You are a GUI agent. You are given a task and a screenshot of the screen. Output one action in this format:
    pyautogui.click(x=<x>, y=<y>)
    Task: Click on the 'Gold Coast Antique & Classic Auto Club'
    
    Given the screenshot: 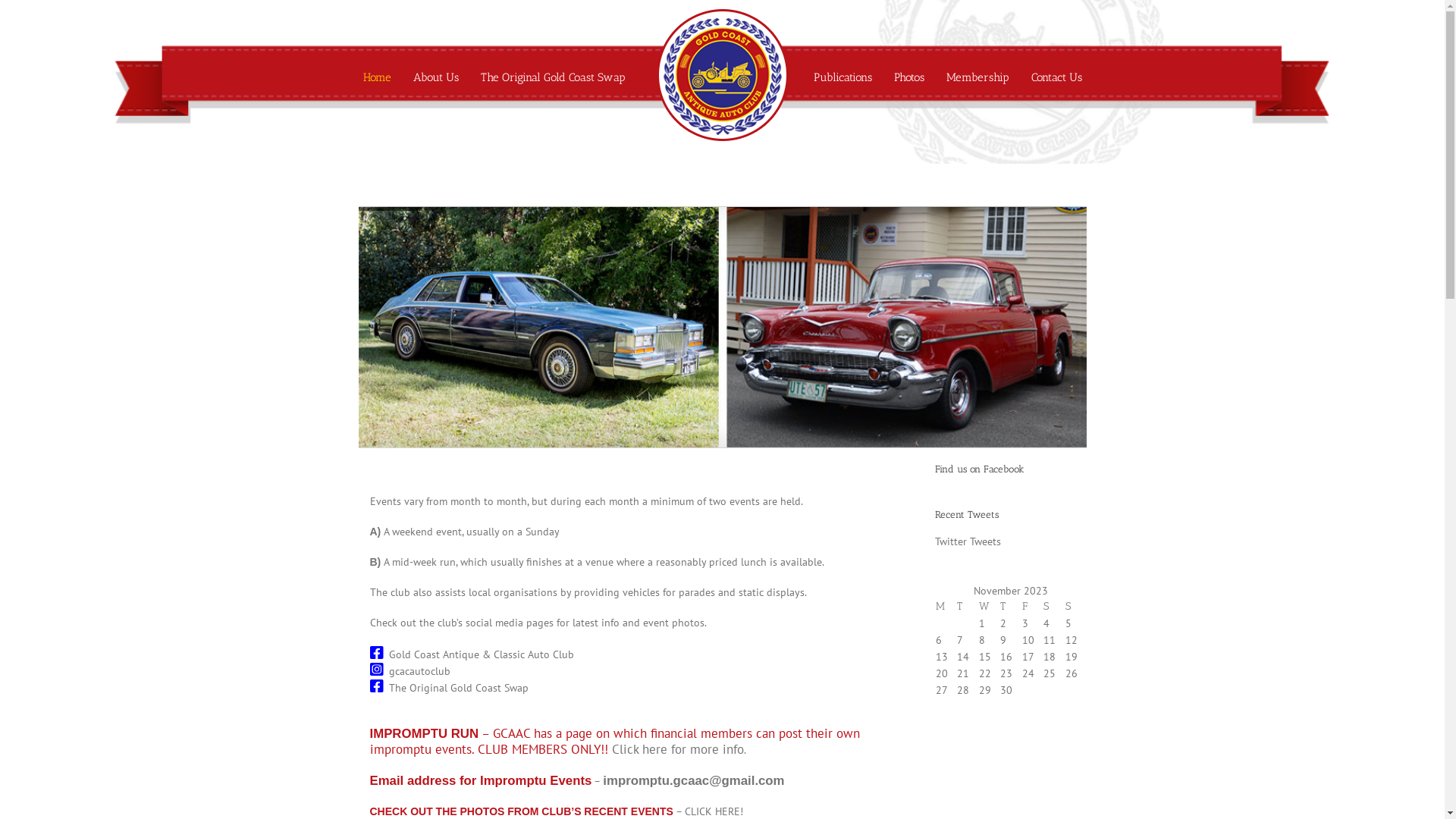 What is the action you would take?
    pyautogui.click(x=479, y=654)
    